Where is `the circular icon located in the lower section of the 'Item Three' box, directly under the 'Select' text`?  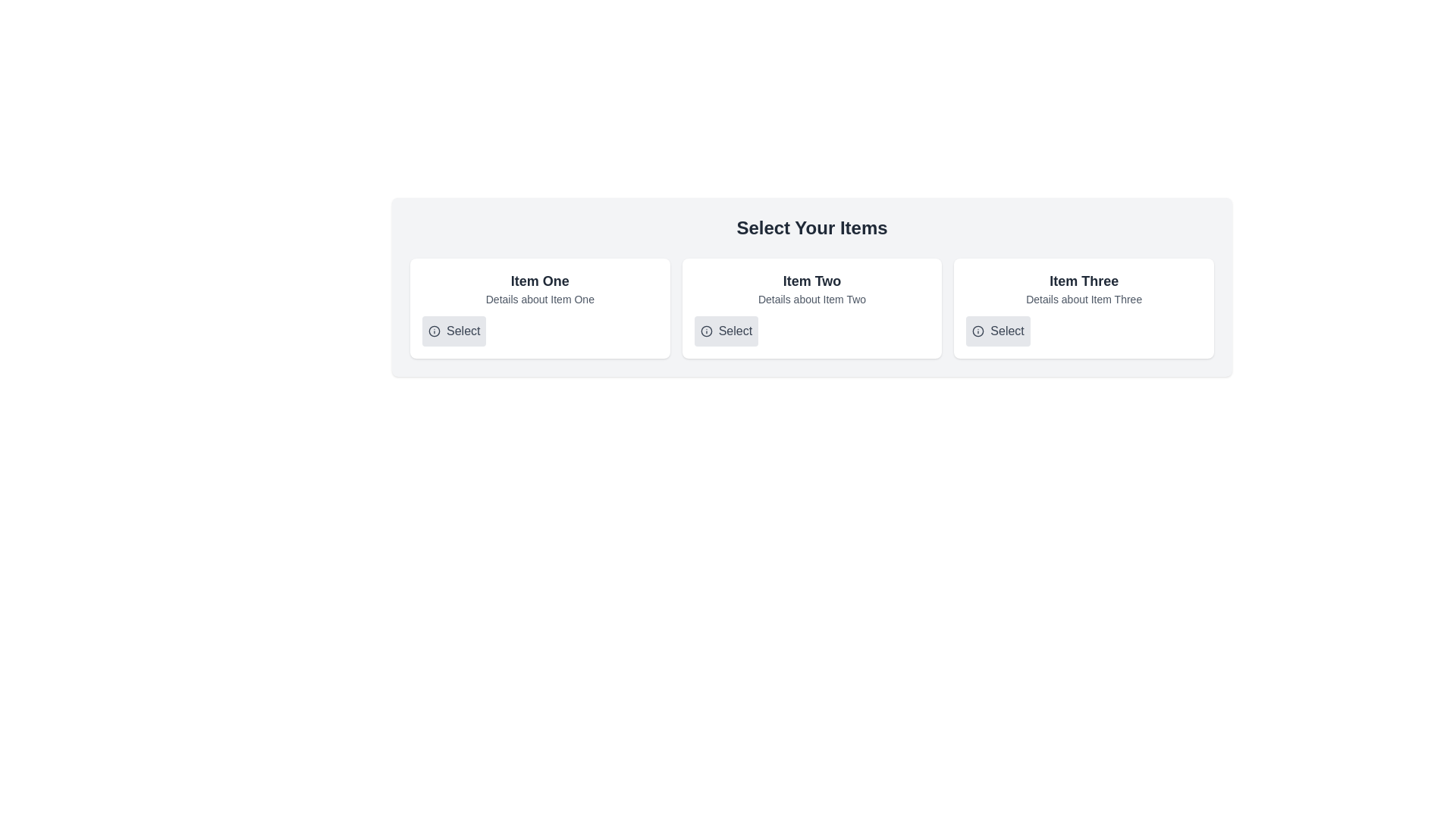
the circular icon located in the lower section of the 'Item Three' box, directly under the 'Select' text is located at coordinates (978, 330).